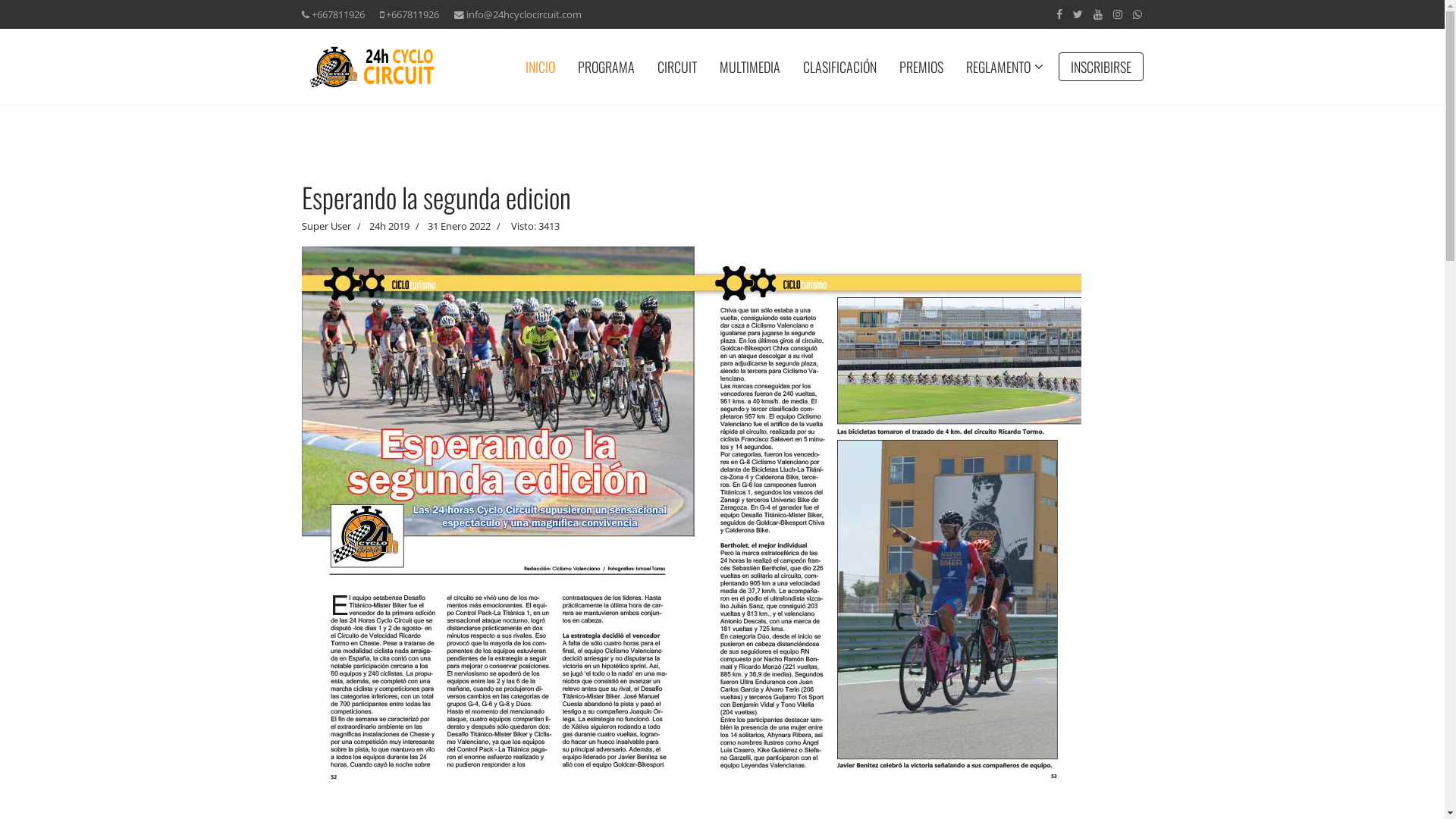  What do you see at coordinates (676, 66) in the screenshot?
I see `'CIRCUIT'` at bounding box center [676, 66].